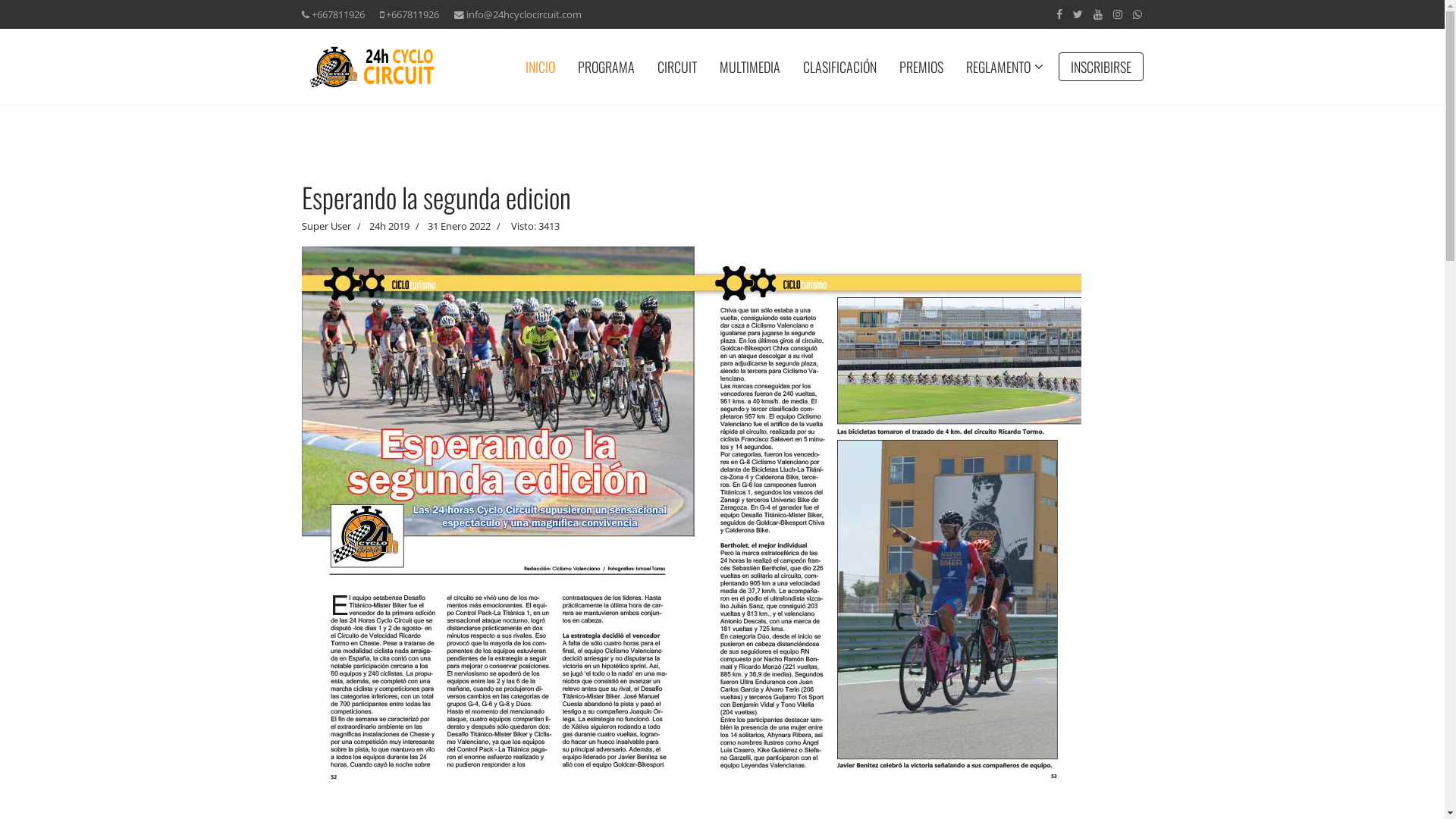  What do you see at coordinates (676, 66) in the screenshot?
I see `'CIRCUIT'` at bounding box center [676, 66].